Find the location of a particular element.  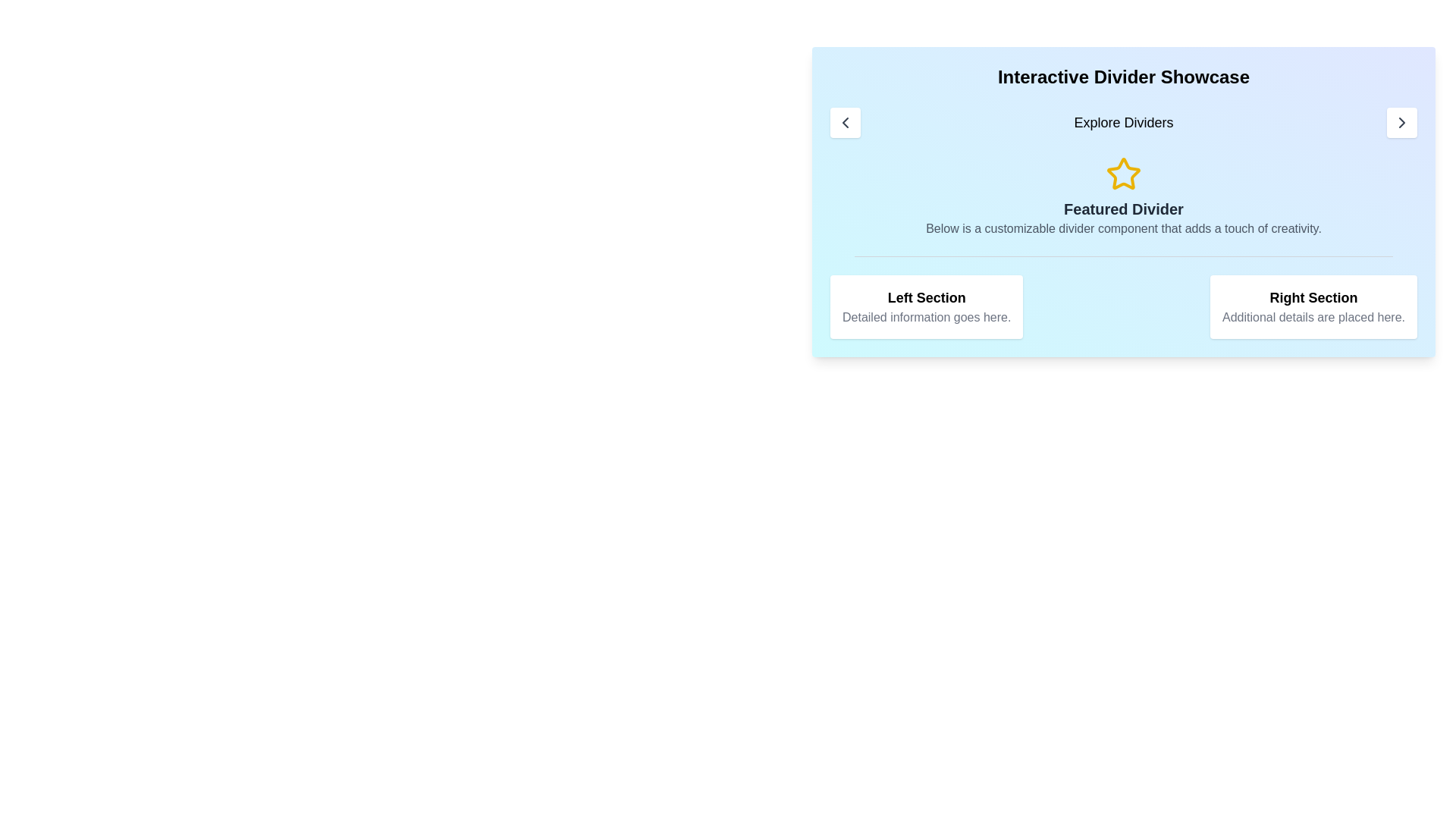

the text label that serves as a title or header for the surrounding content, positioned centrally between two navigational chevrons is located at coordinates (1124, 122).